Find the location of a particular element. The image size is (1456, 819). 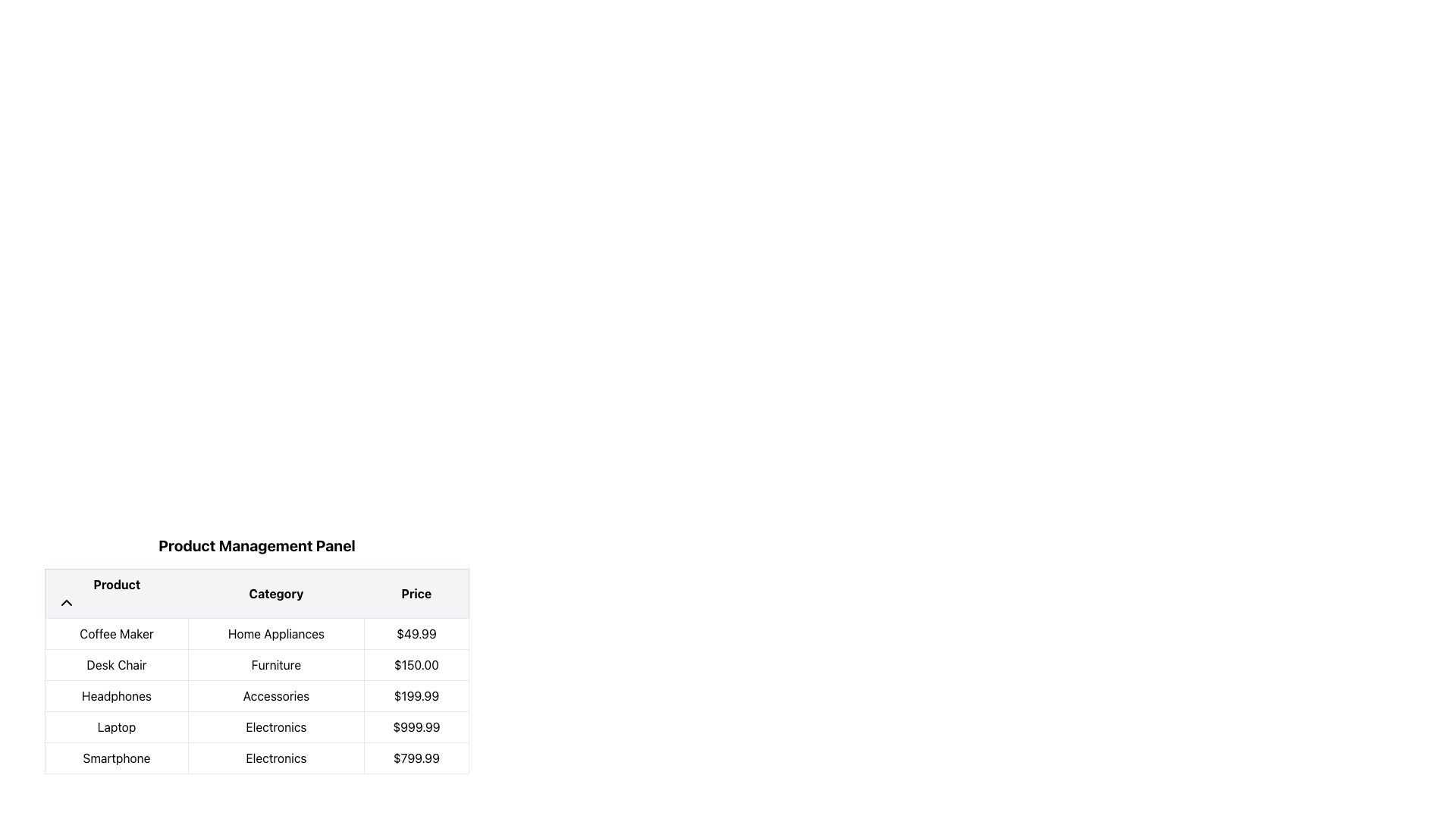

the non-interactive text label for 'Laptop' located in the first column of the second row of the table is located at coordinates (115, 726).